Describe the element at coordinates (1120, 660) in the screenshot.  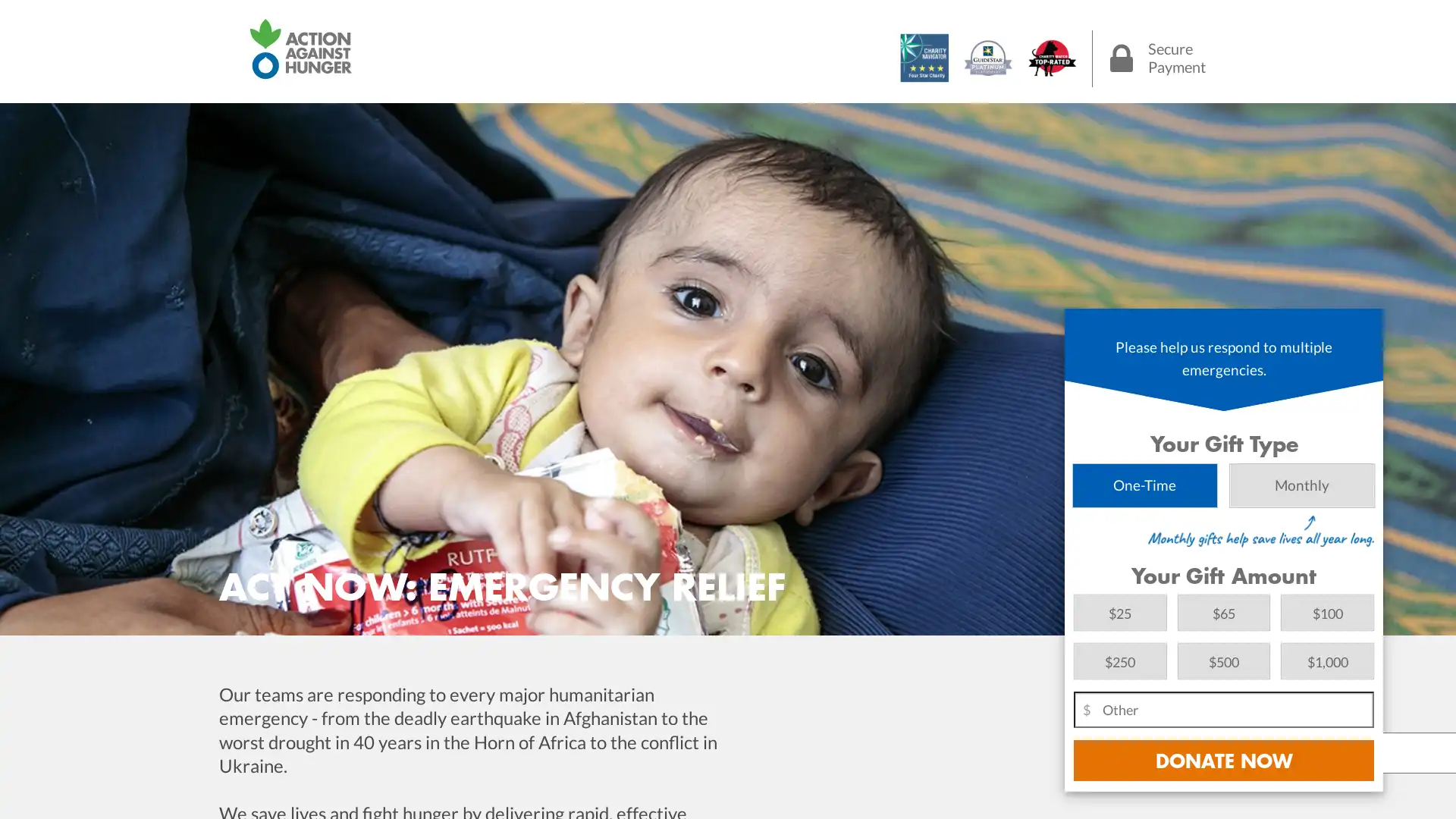
I see `$250` at that location.